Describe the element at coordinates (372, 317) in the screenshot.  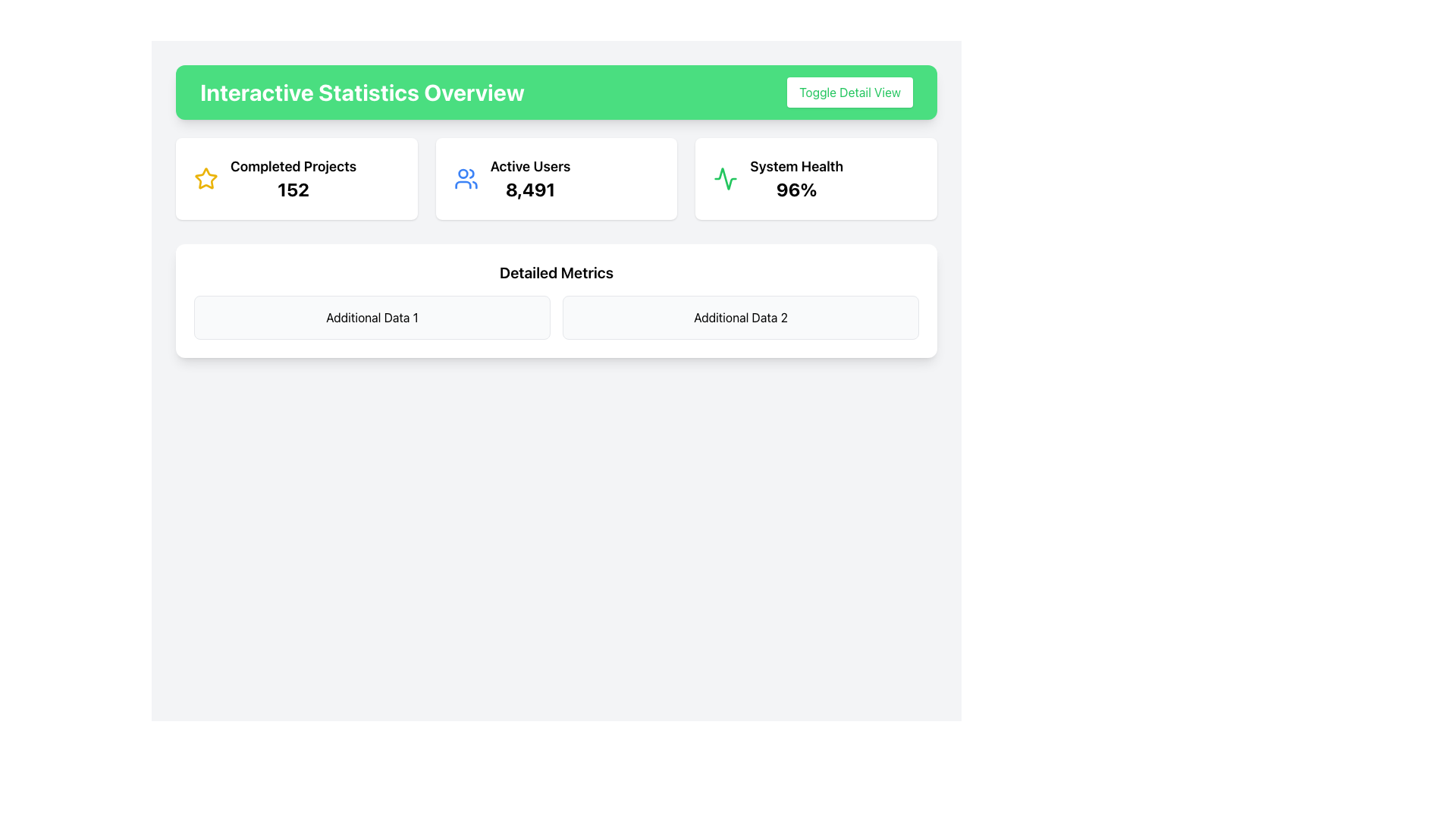
I see `the informational card displaying 'Additional Data 1', which is the first tile in the row under the 'Detailed Metrics' heading` at that location.